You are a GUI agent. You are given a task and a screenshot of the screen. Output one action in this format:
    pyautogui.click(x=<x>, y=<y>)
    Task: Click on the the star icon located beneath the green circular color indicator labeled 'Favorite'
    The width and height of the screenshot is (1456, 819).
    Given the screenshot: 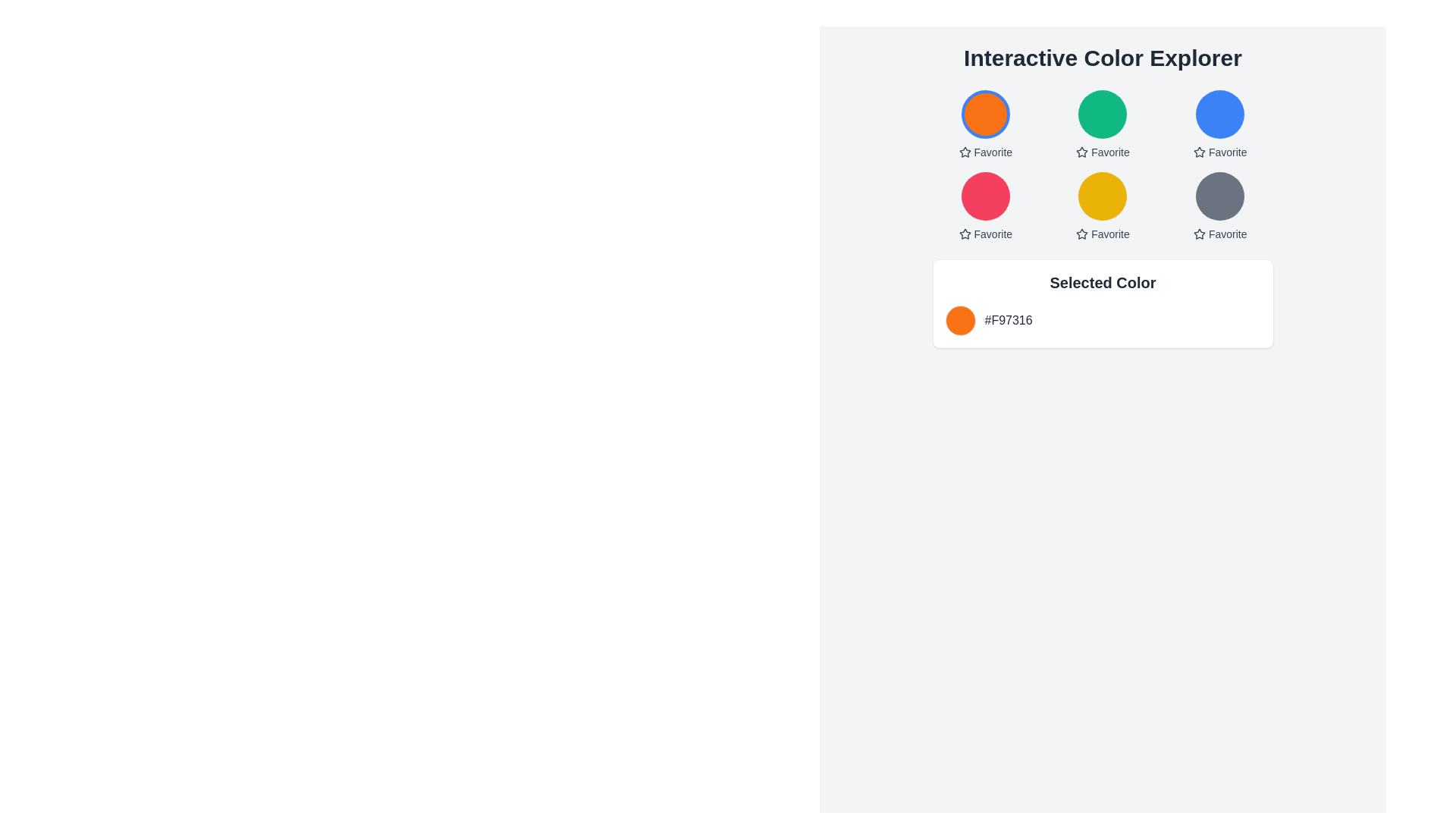 What is the action you would take?
    pyautogui.click(x=1081, y=152)
    